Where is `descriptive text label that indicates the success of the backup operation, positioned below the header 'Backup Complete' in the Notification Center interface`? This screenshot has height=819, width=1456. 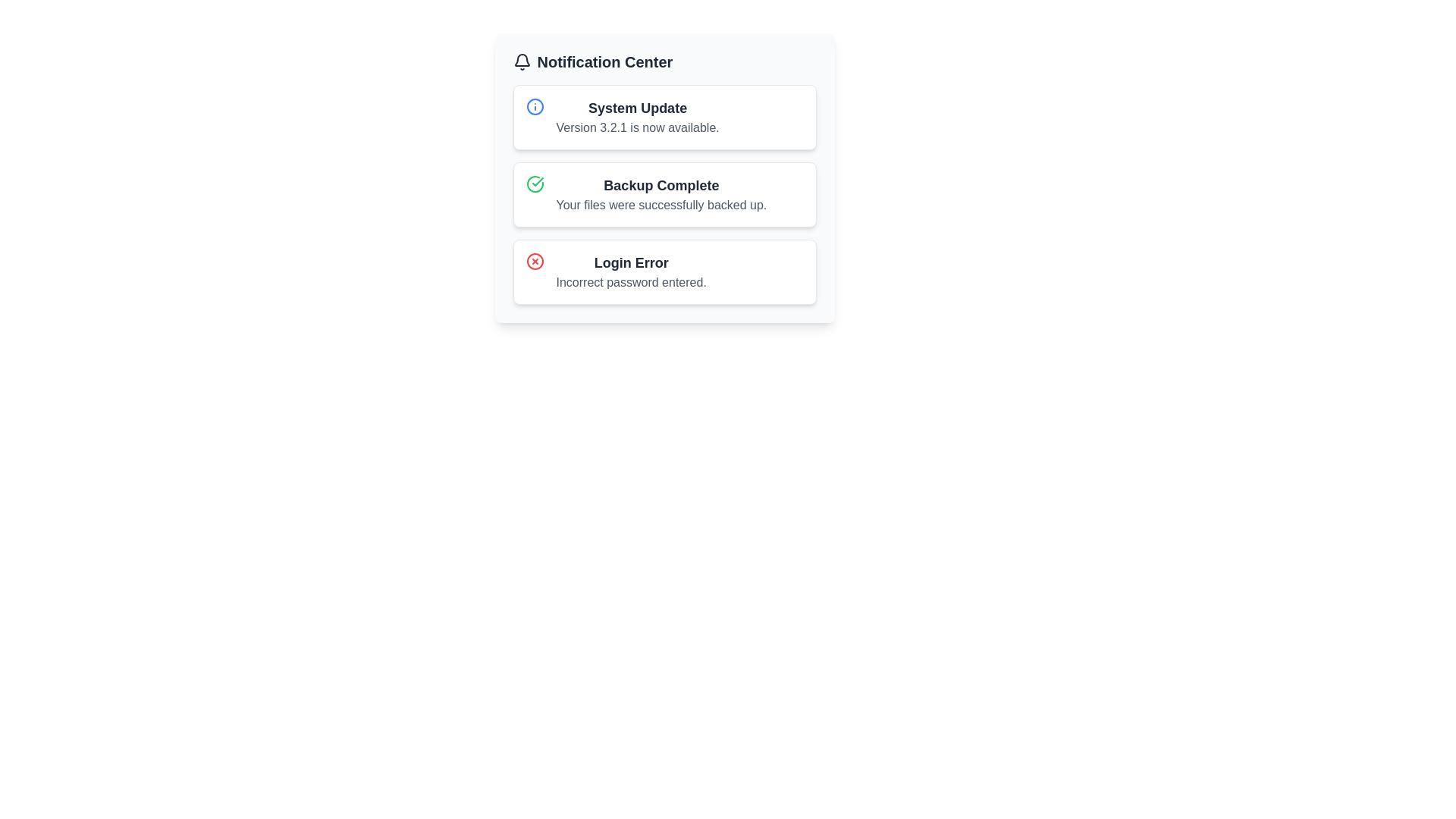 descriptive text label that indicates the success of the backup operation, positioned below the header 'Backup Complete' in the Notification Center interface is located at coordinates (661, 205).